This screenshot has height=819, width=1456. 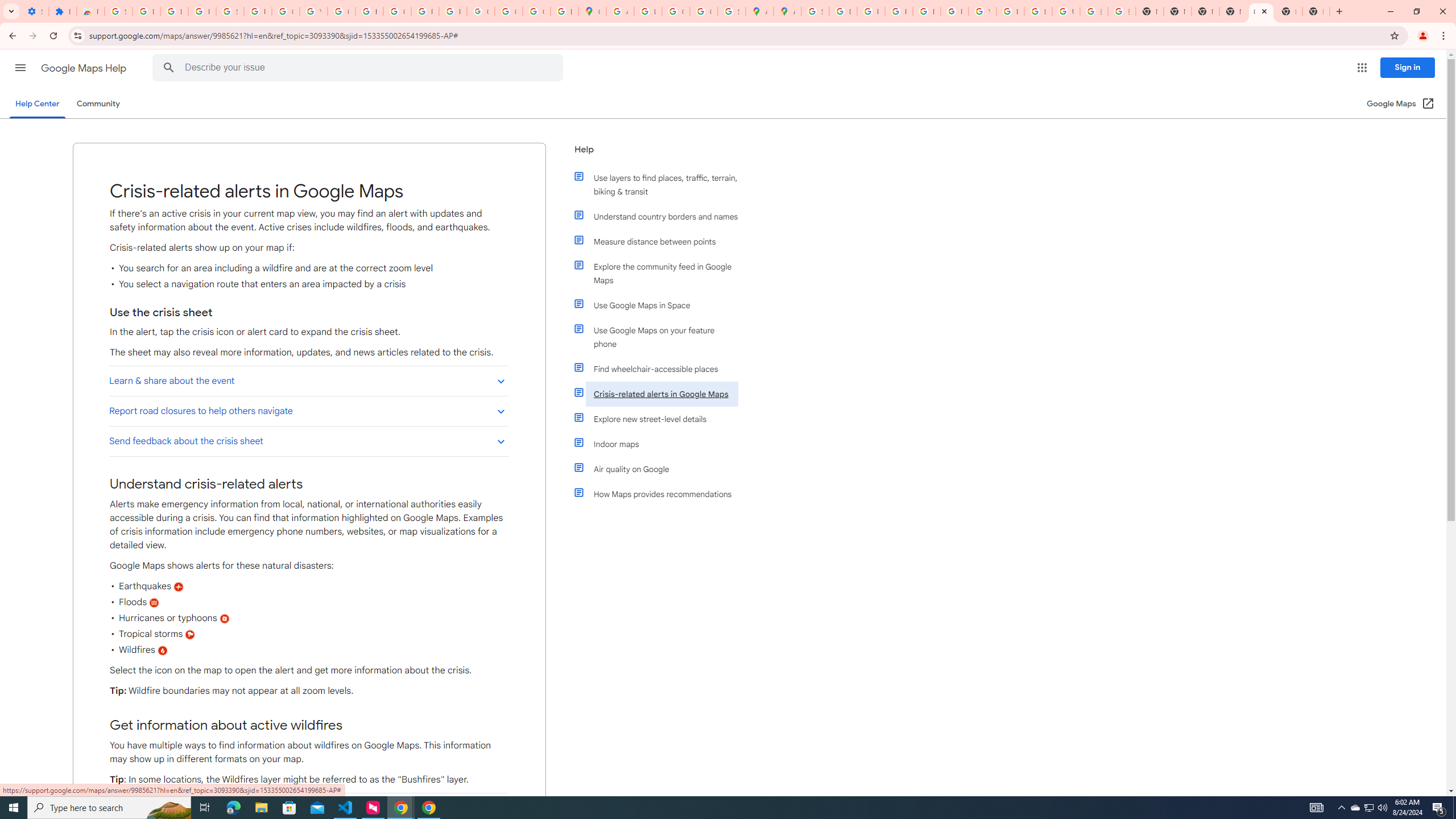 What do you see at coordinates (168, 67) in the screenshot?
I see `'Search Help Center'` at bounding box center [168, 67].